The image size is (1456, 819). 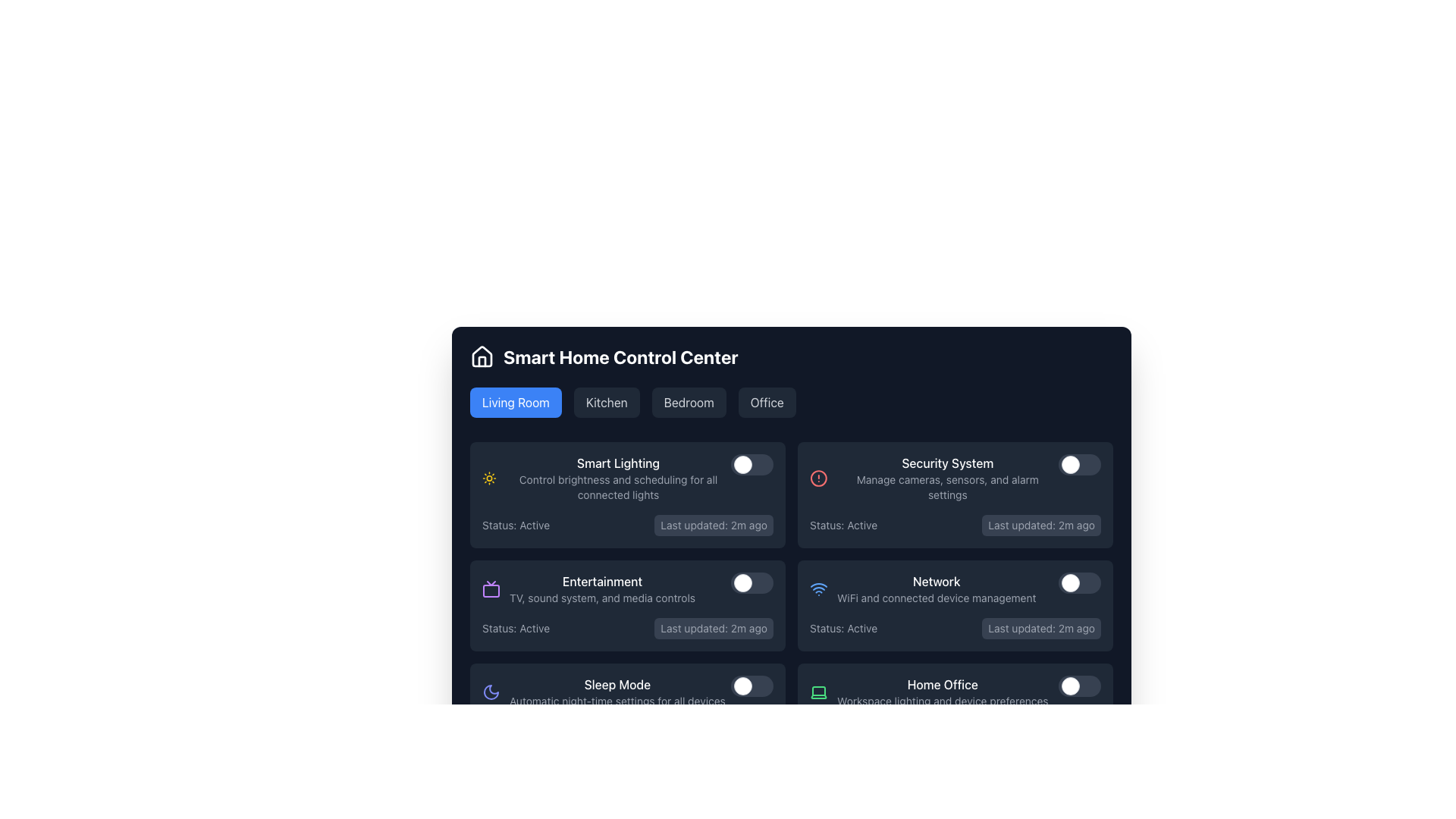 What do you see at coordinates (607, 479) in the screenshot?
I see `textual content of the Text display block with an icon describing smart lighting control located in the first row of the second column in the Living Room section of the Smart Home Control Center` at bounding box center [607, 479].